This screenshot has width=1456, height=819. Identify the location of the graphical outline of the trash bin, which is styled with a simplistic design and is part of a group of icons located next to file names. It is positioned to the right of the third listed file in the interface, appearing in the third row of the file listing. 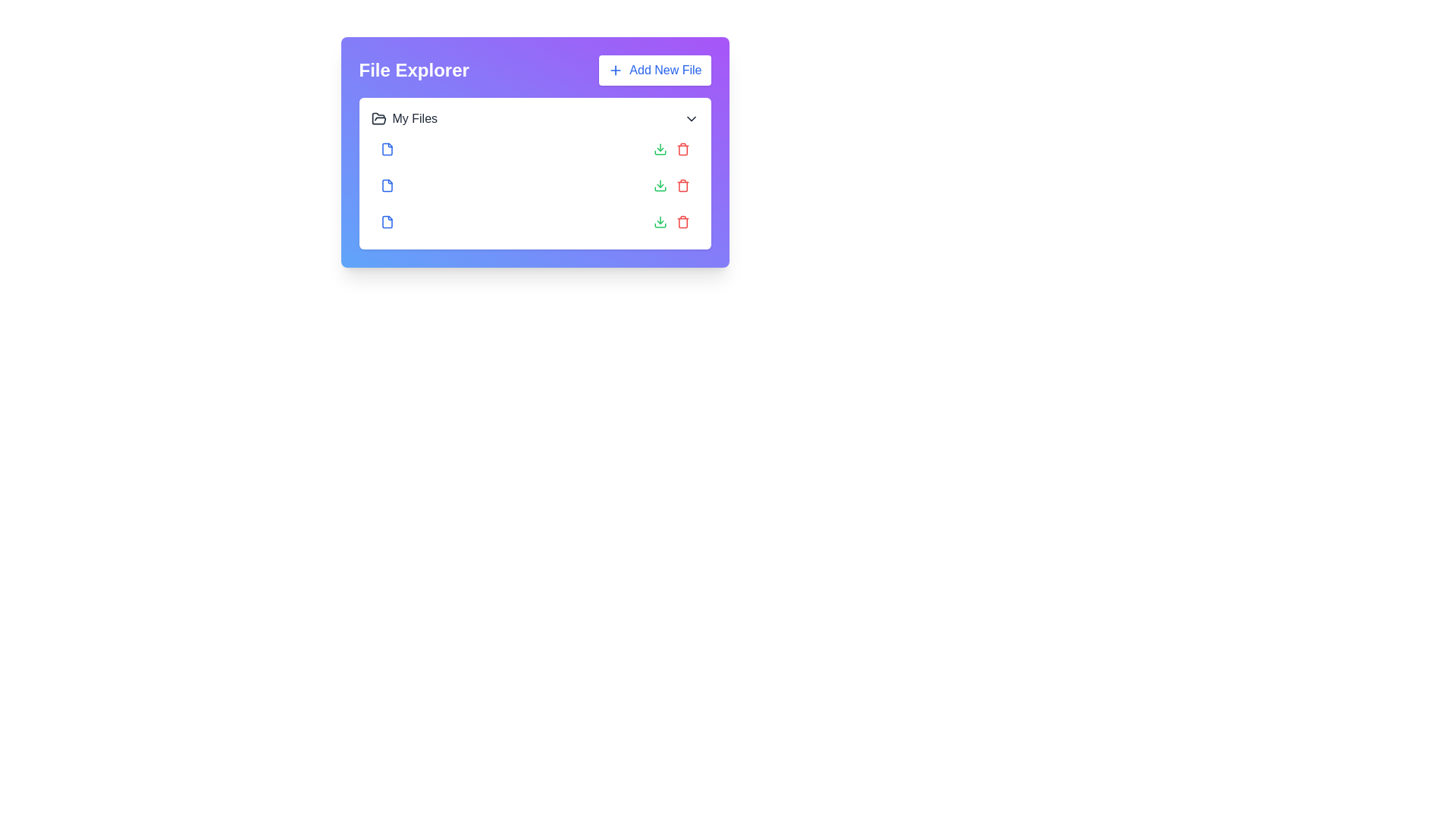
(682, 223).